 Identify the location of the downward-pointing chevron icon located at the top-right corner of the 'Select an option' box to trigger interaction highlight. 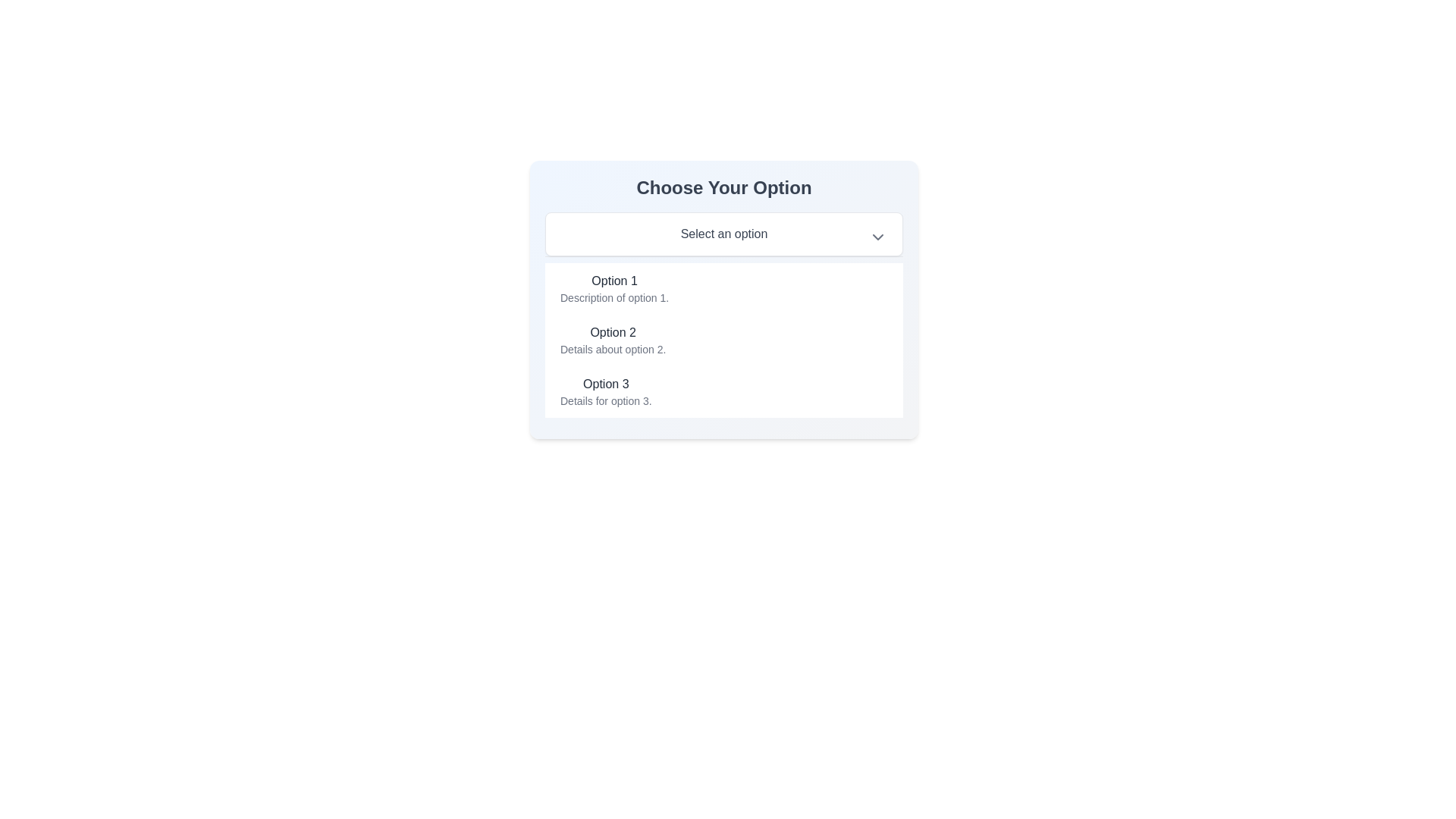
(877, 237).